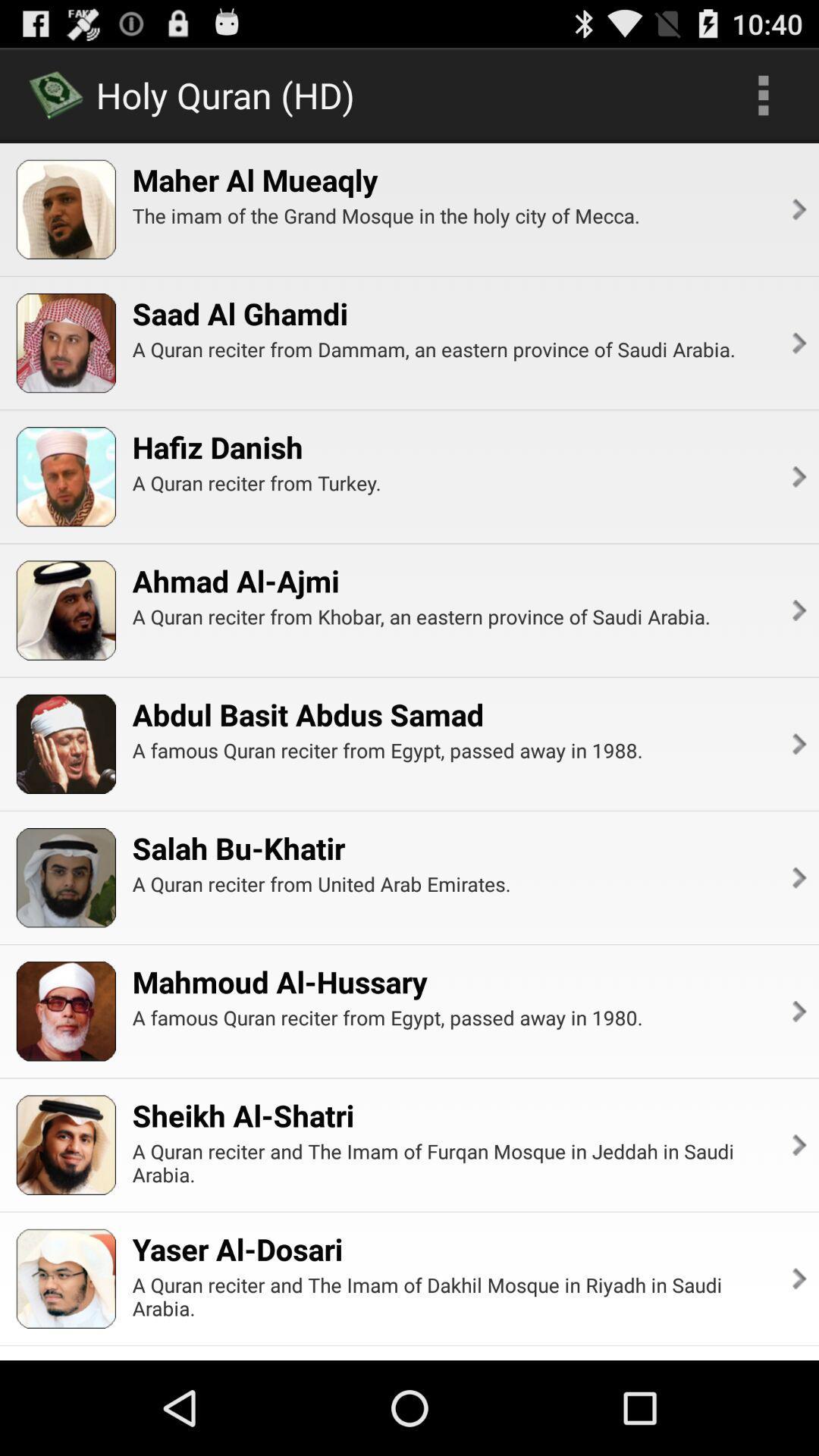 Image resolution: width=819 pixels, height=1456 pixels. What do you see at coordinates (797, 475) in the screenshot?
I see `the app next to the a quran reciter item` at bounding box center [797, 475].